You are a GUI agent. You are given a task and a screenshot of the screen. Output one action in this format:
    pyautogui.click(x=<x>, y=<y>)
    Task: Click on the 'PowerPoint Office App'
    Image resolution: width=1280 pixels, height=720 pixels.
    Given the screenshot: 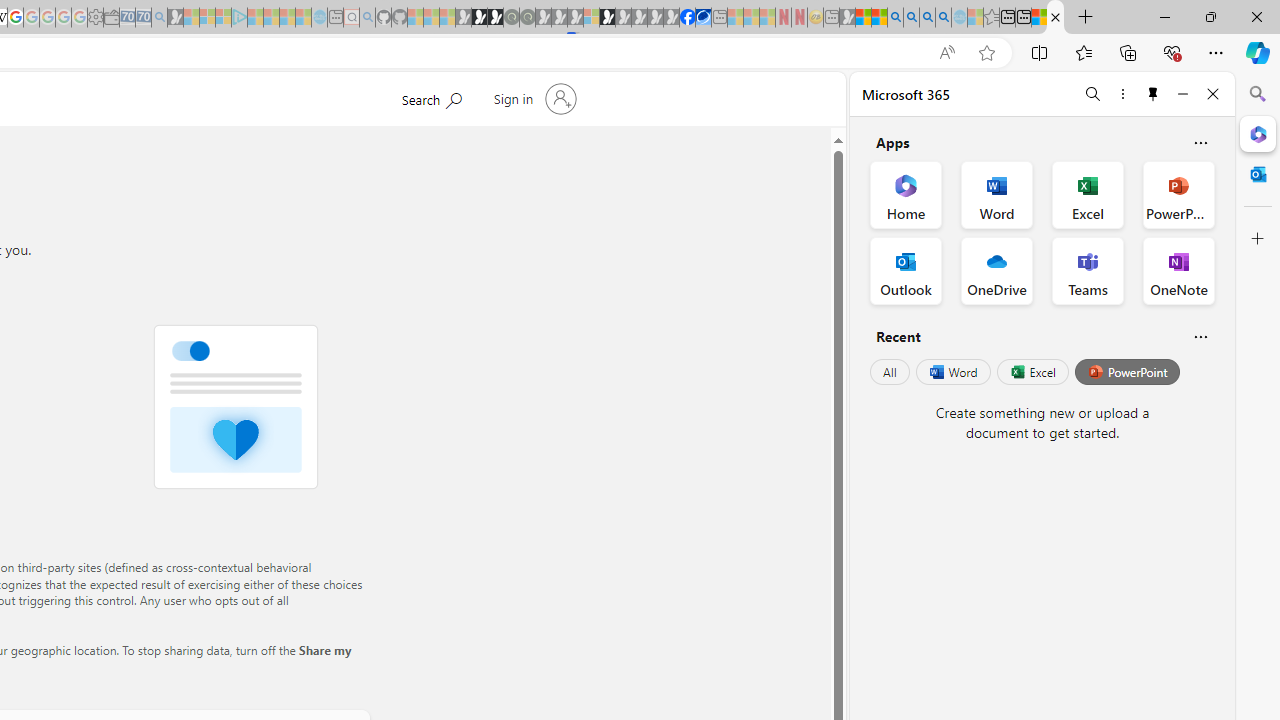 What is the action you would take?
    pyautogui.click(x=1178, y=195)
    